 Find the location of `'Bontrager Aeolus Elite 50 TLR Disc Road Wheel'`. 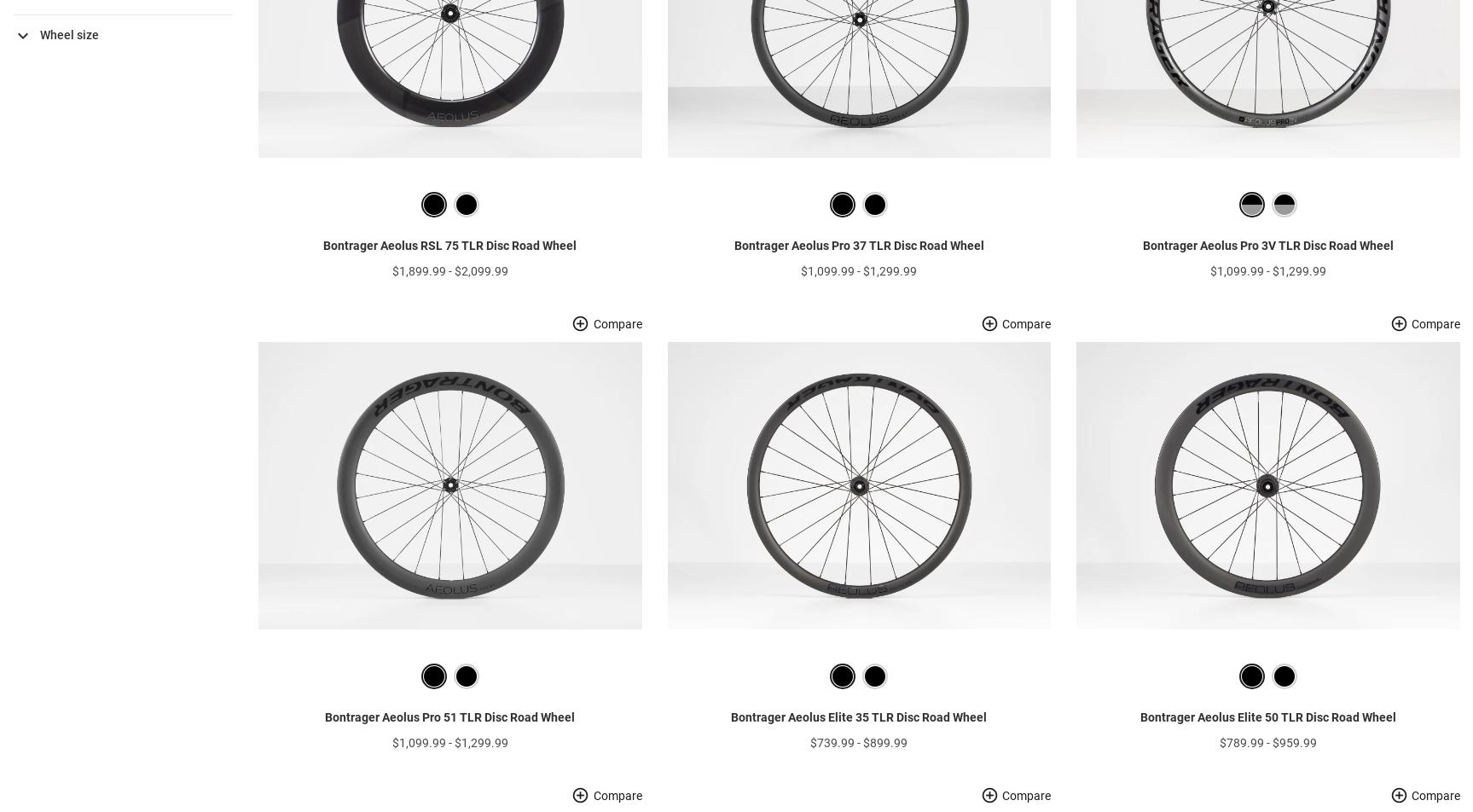

'Bontrager Aeolus Elite 50 TLR Disc Road Wheel' is located at coordinates (1267, 744).